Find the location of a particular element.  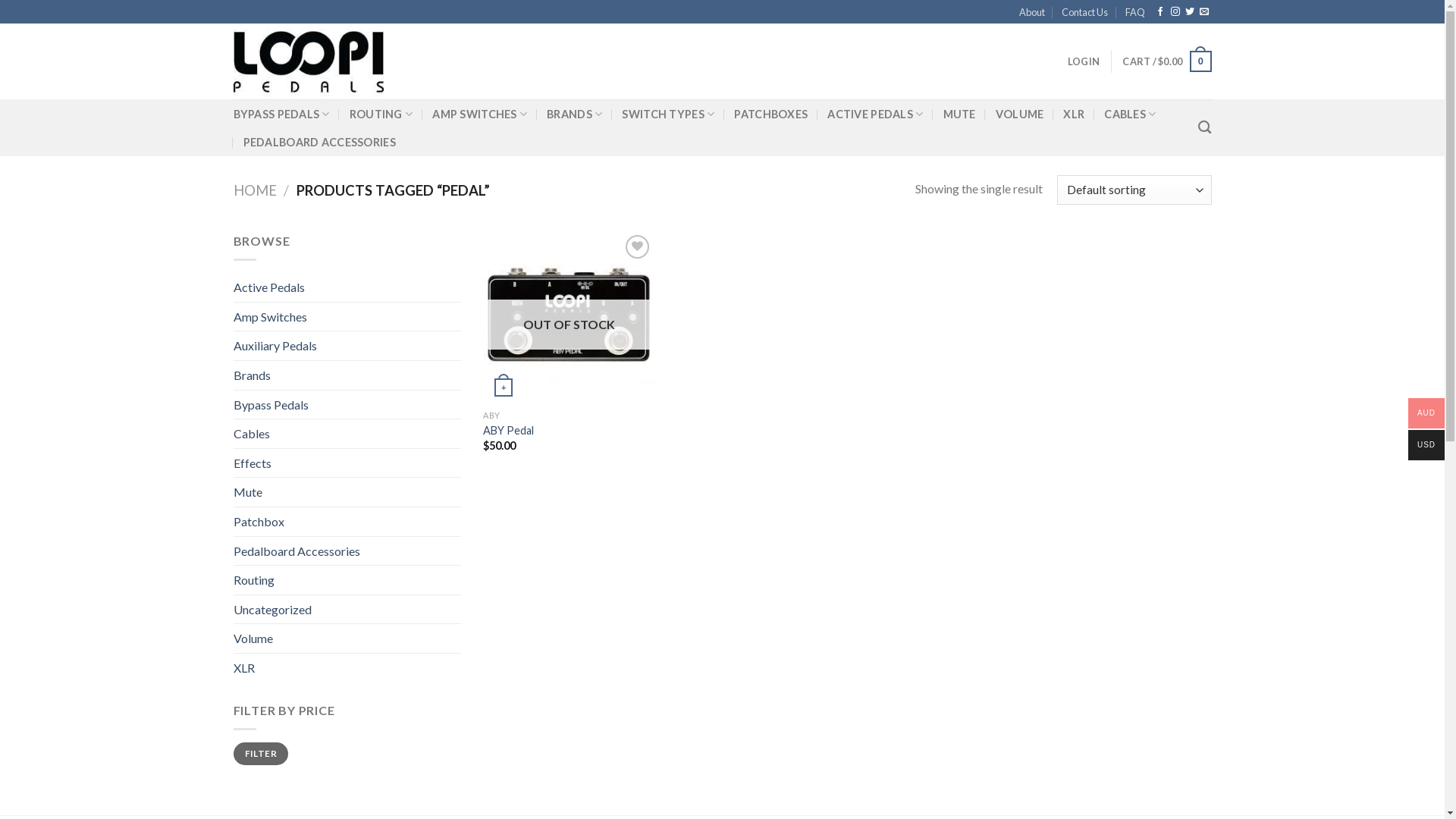

'FILTER' is located at coordinates (261, 754).